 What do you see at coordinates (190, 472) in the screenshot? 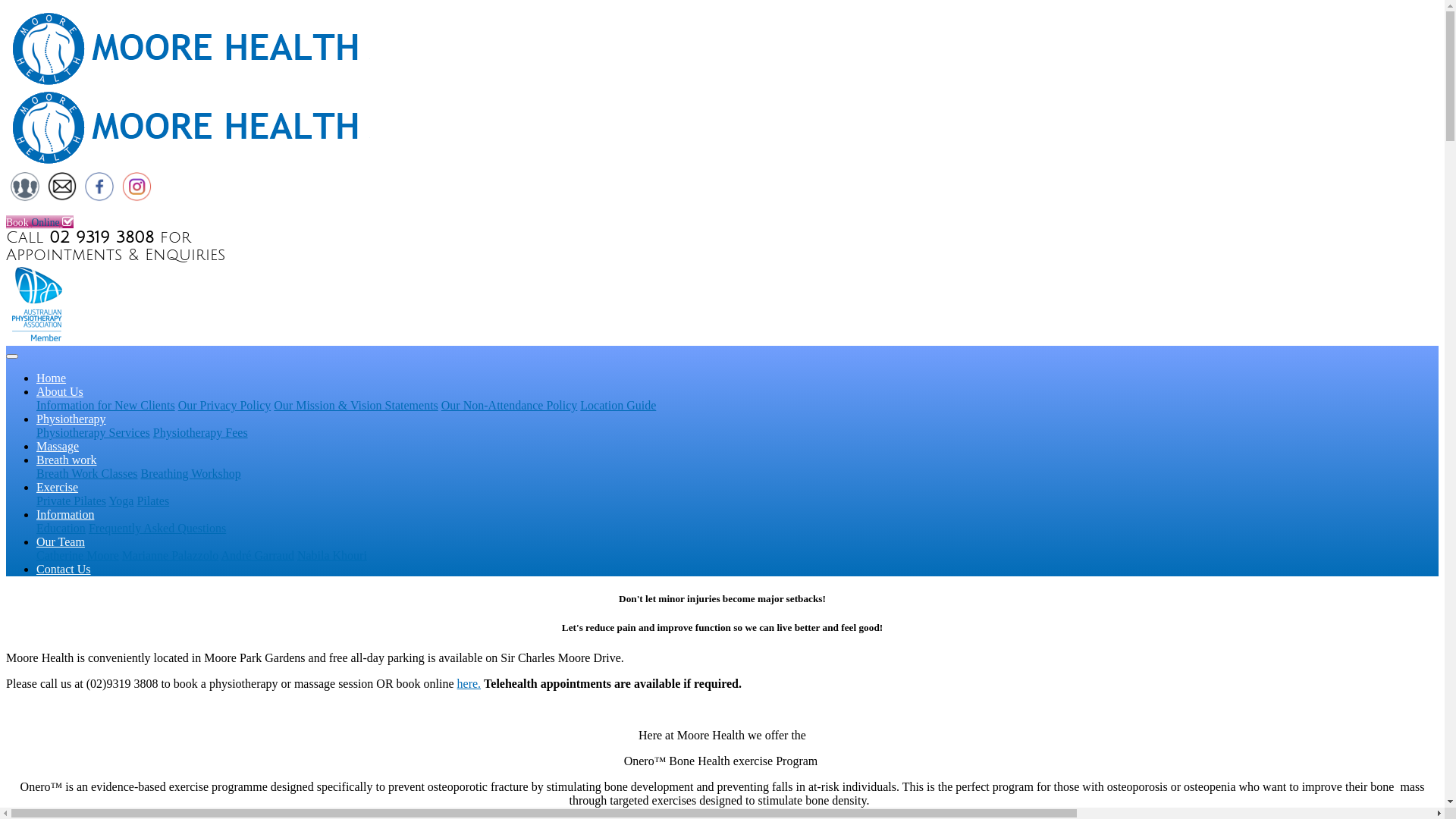
I see `'Breathing Workshop'` at bounding box center [190, 472].